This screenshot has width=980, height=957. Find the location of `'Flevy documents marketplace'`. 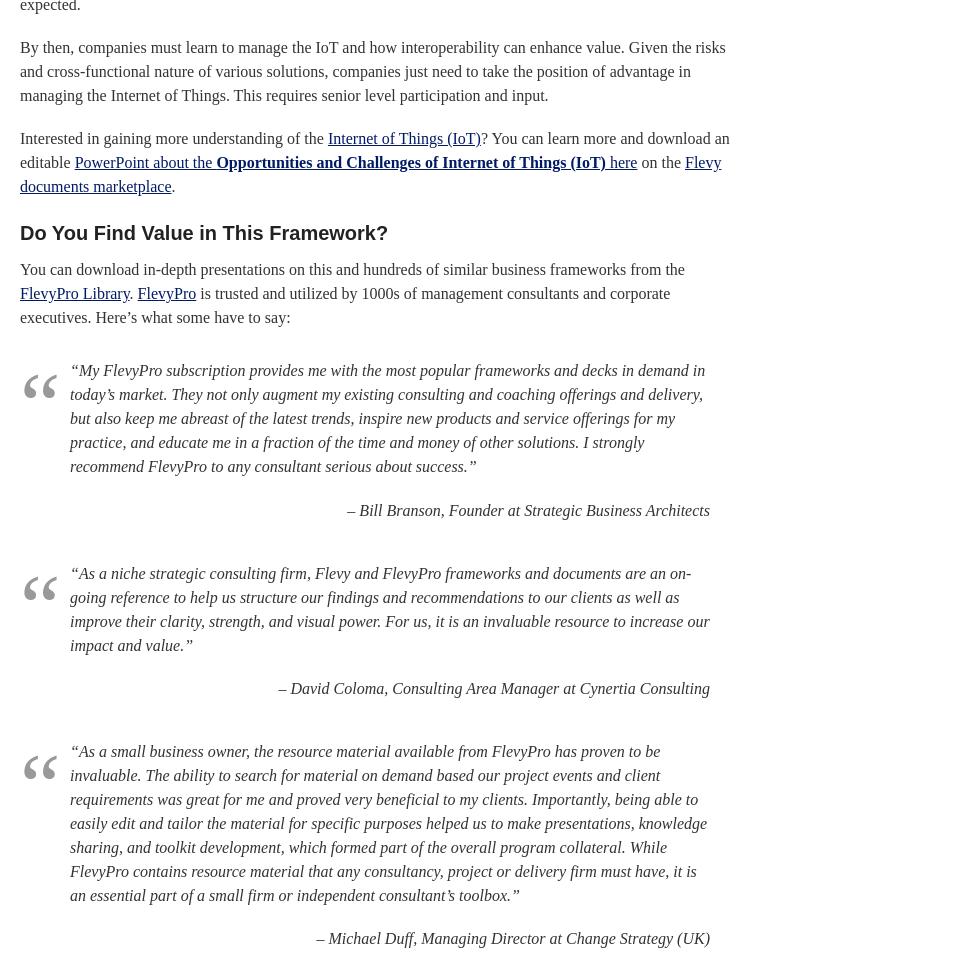

'Flevy documents marketplace' is located at coordinates (370, 174).